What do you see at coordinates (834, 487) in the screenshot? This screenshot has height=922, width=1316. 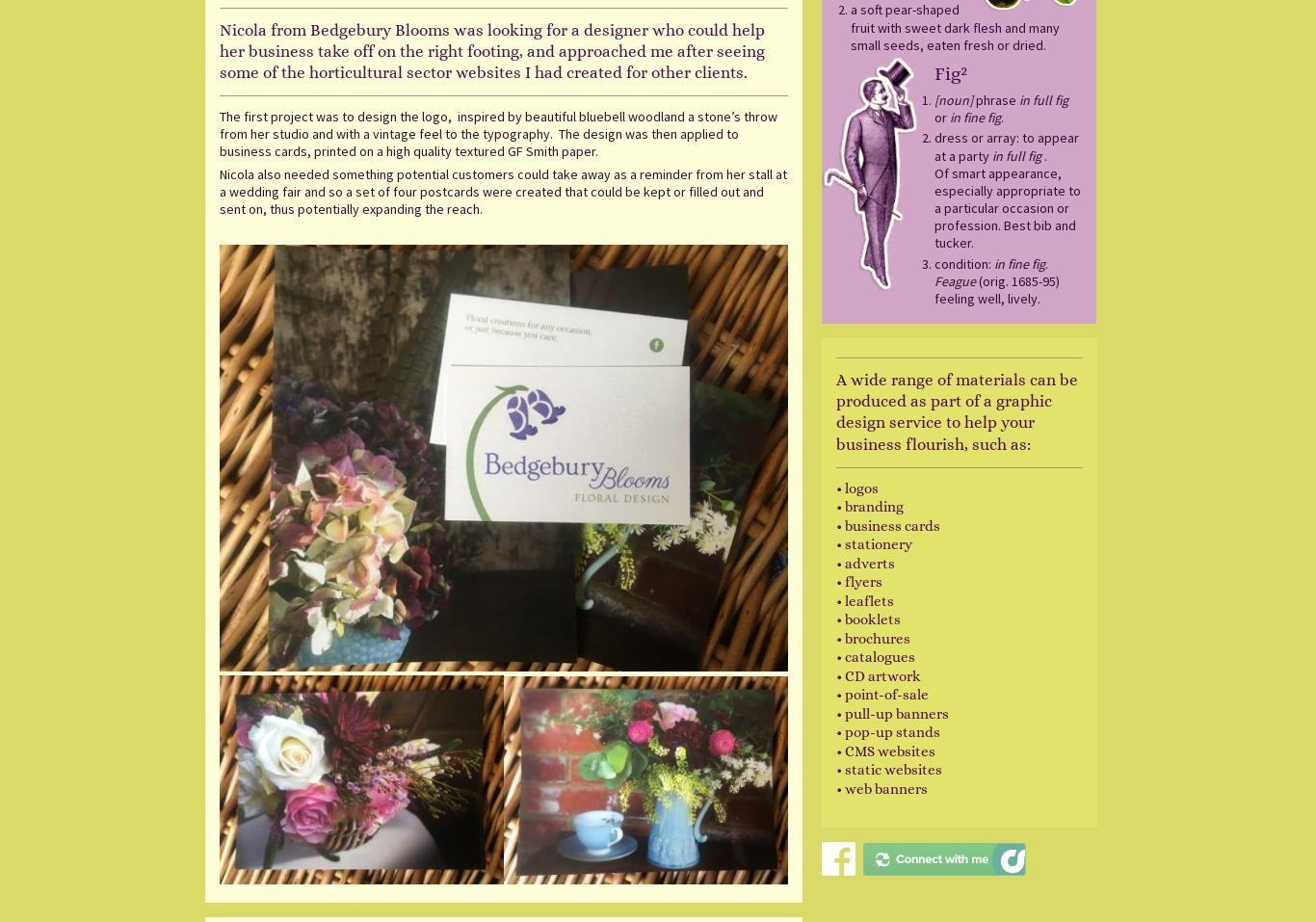 I see `'• logos'` at bounding box center [834, 487].